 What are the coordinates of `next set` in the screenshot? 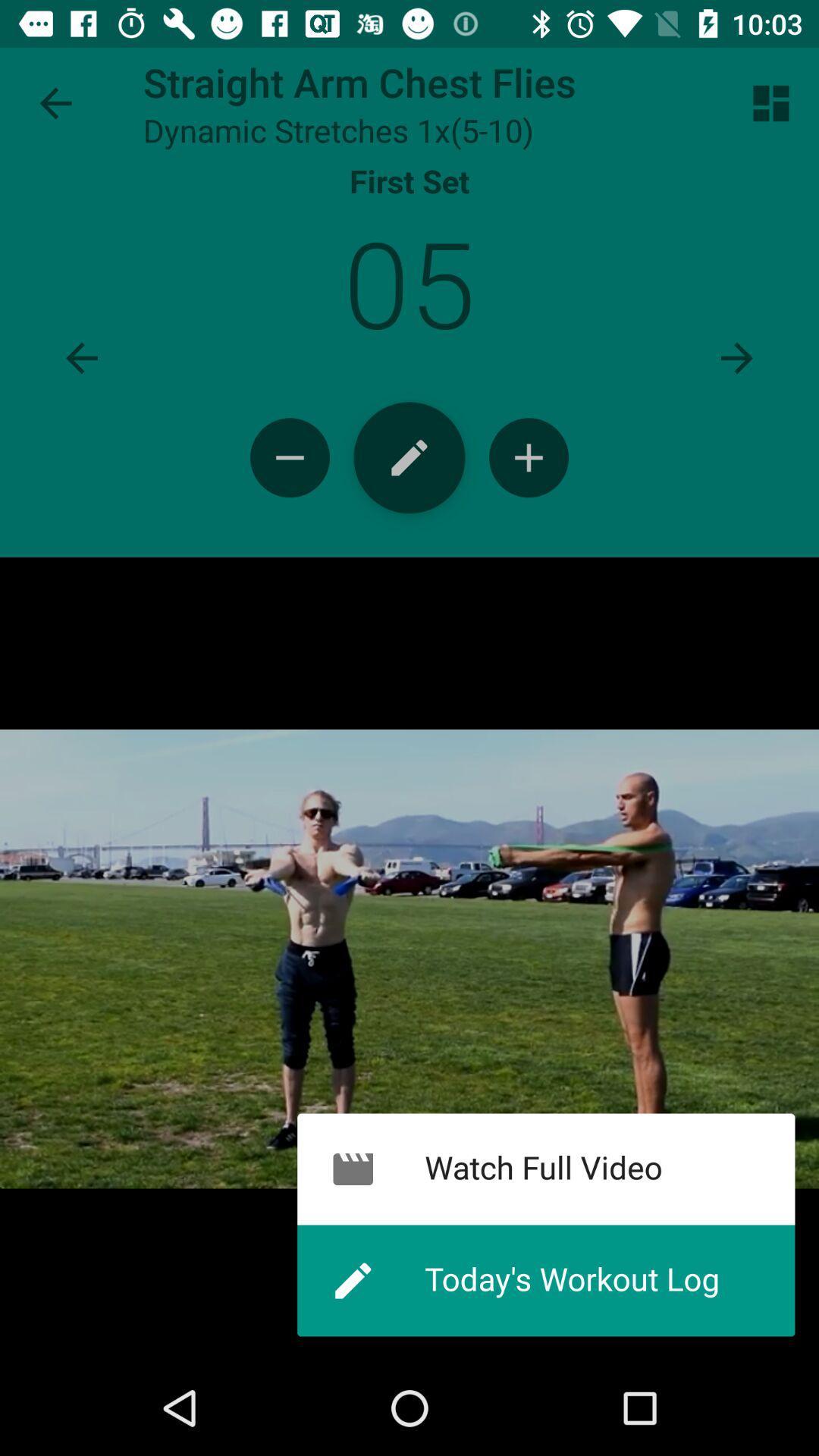 It's located at (736, 357).